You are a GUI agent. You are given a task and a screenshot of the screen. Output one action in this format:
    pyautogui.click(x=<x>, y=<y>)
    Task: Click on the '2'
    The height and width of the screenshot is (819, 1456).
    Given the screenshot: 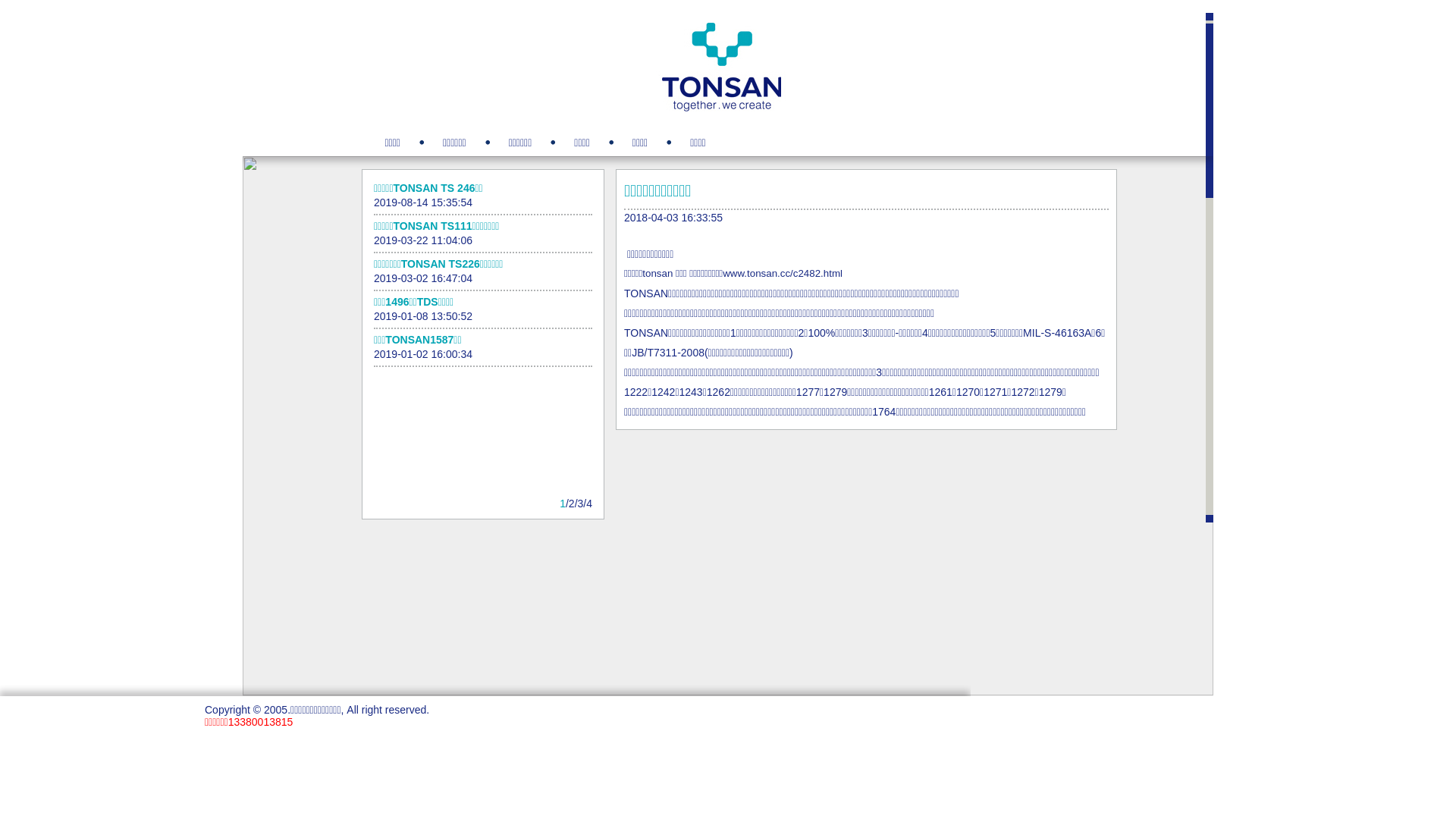 What is the action you would take?
    pyautogui.click(x=570, y=503)
    